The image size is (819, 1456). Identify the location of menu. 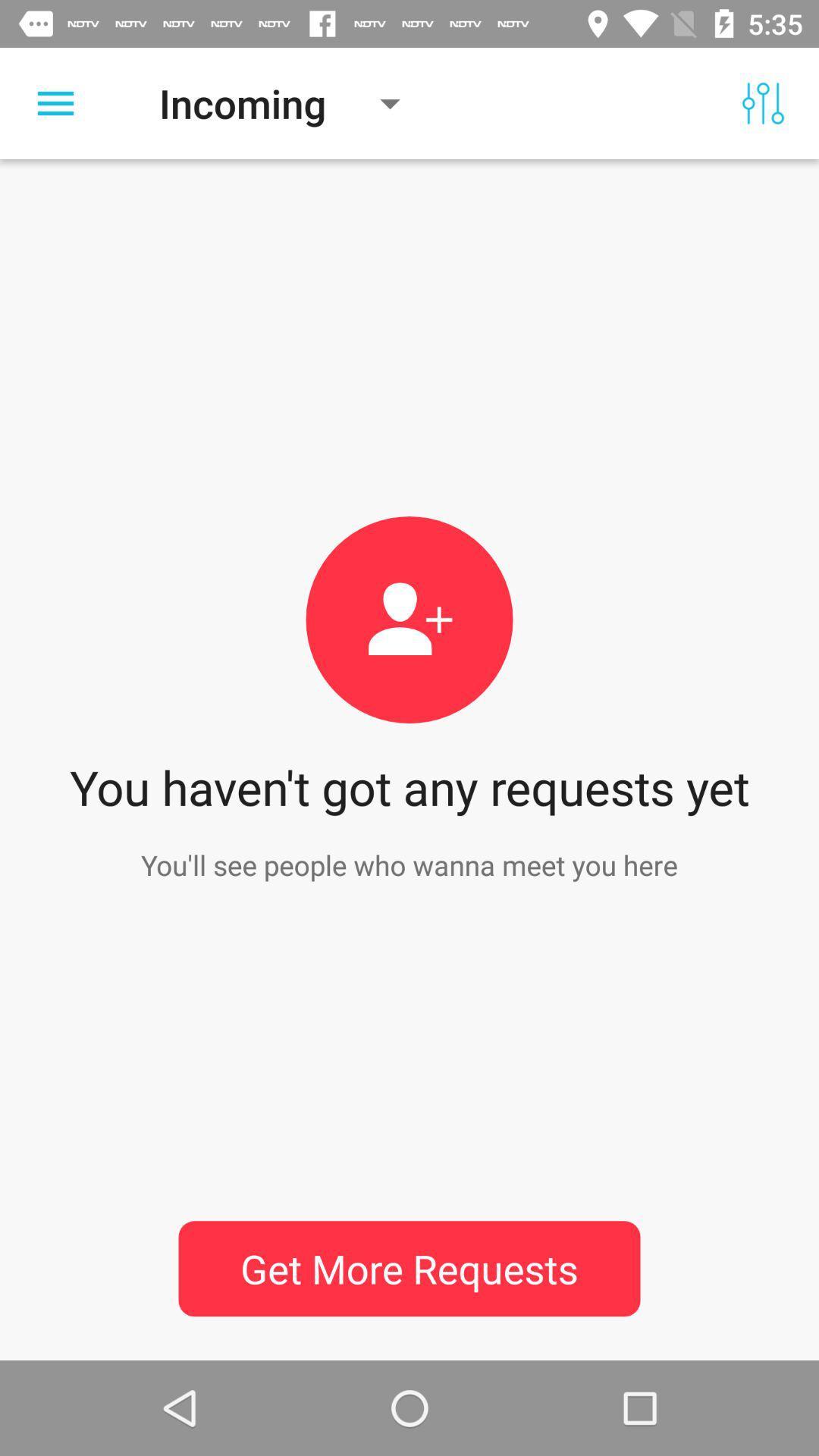
(55, 102).